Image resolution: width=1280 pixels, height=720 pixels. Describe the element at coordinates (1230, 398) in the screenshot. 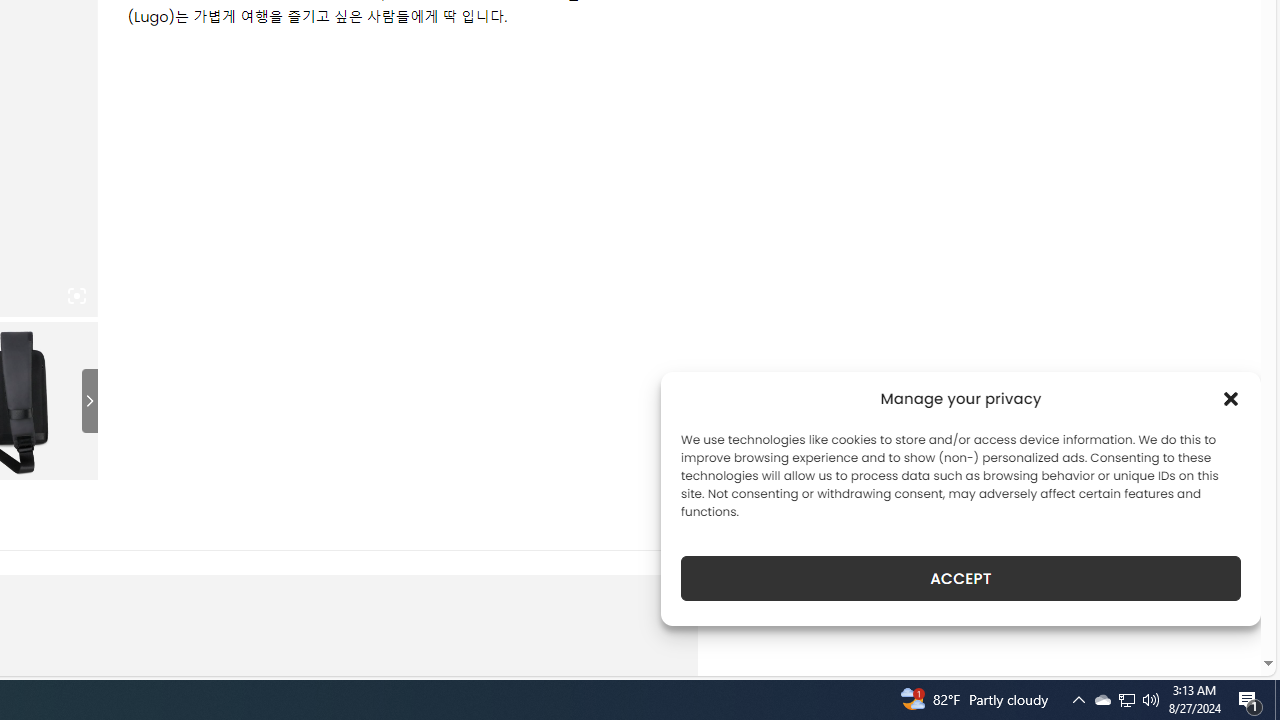

I see `'Class: cmplz-close'` at that location.